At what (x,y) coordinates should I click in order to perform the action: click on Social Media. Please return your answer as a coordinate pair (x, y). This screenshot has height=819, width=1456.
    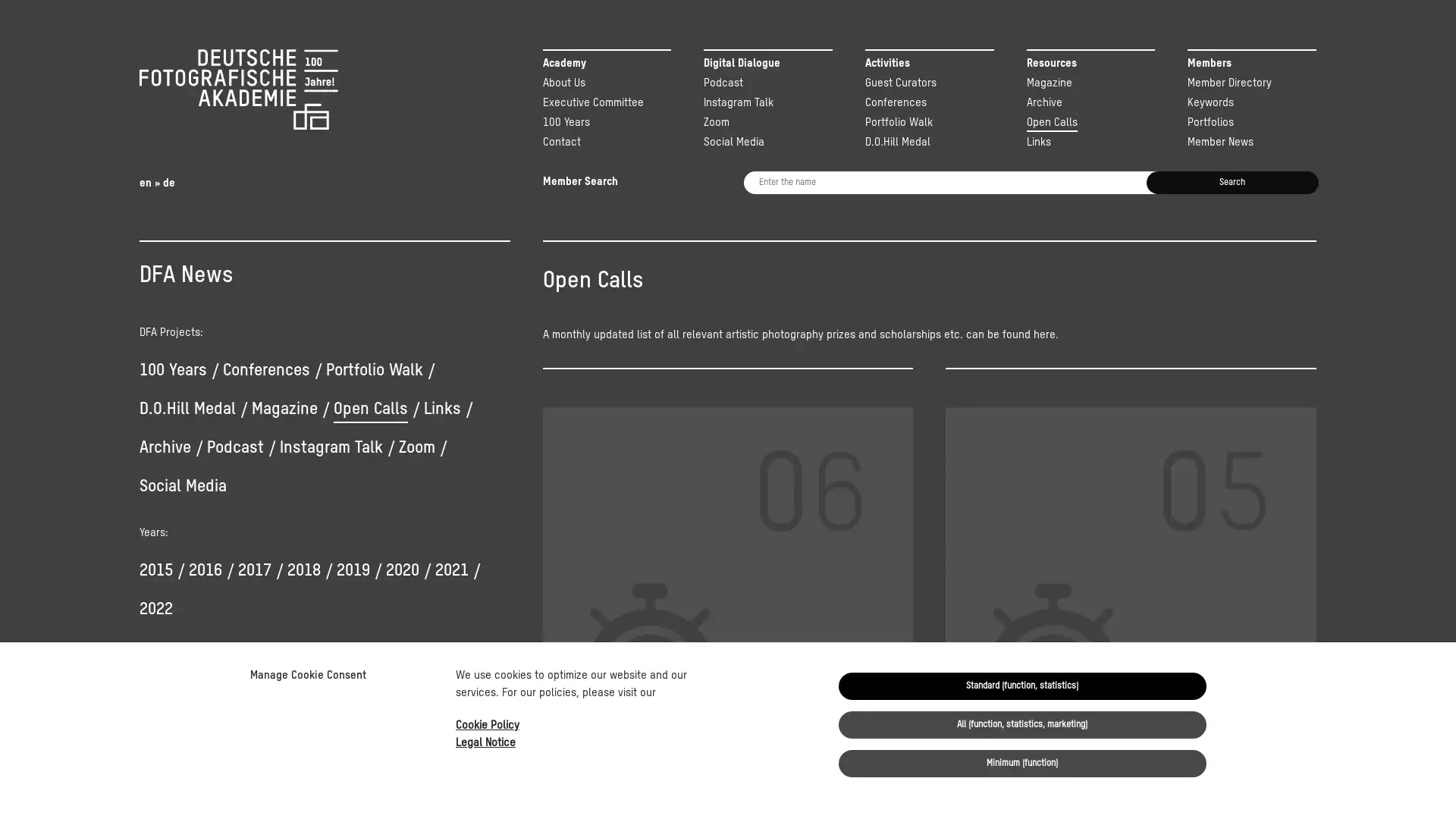
    Looking at the image, I should click on (182, 486).